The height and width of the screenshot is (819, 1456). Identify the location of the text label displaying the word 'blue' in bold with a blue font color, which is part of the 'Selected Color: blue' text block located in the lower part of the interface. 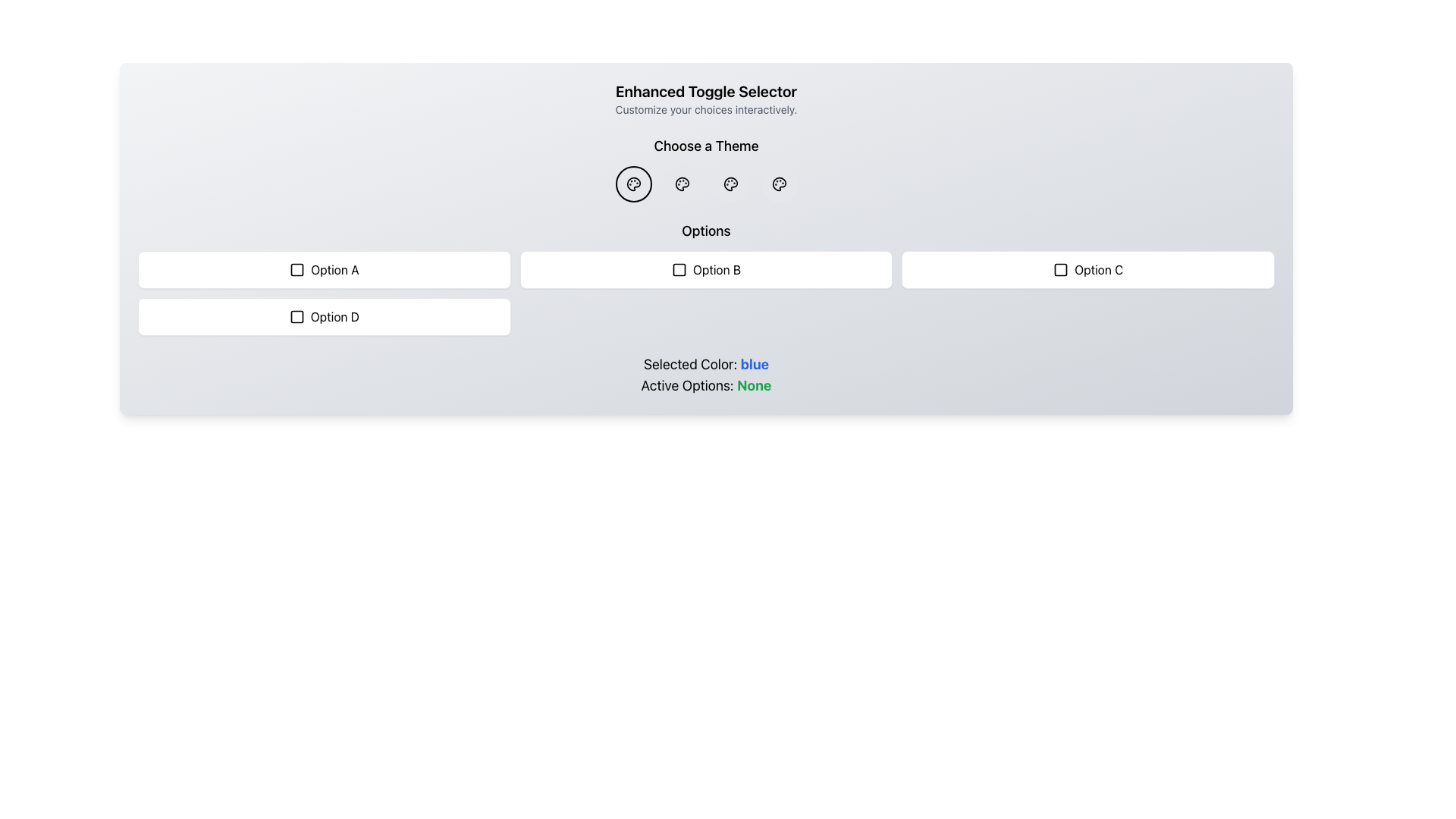
(755, 364).